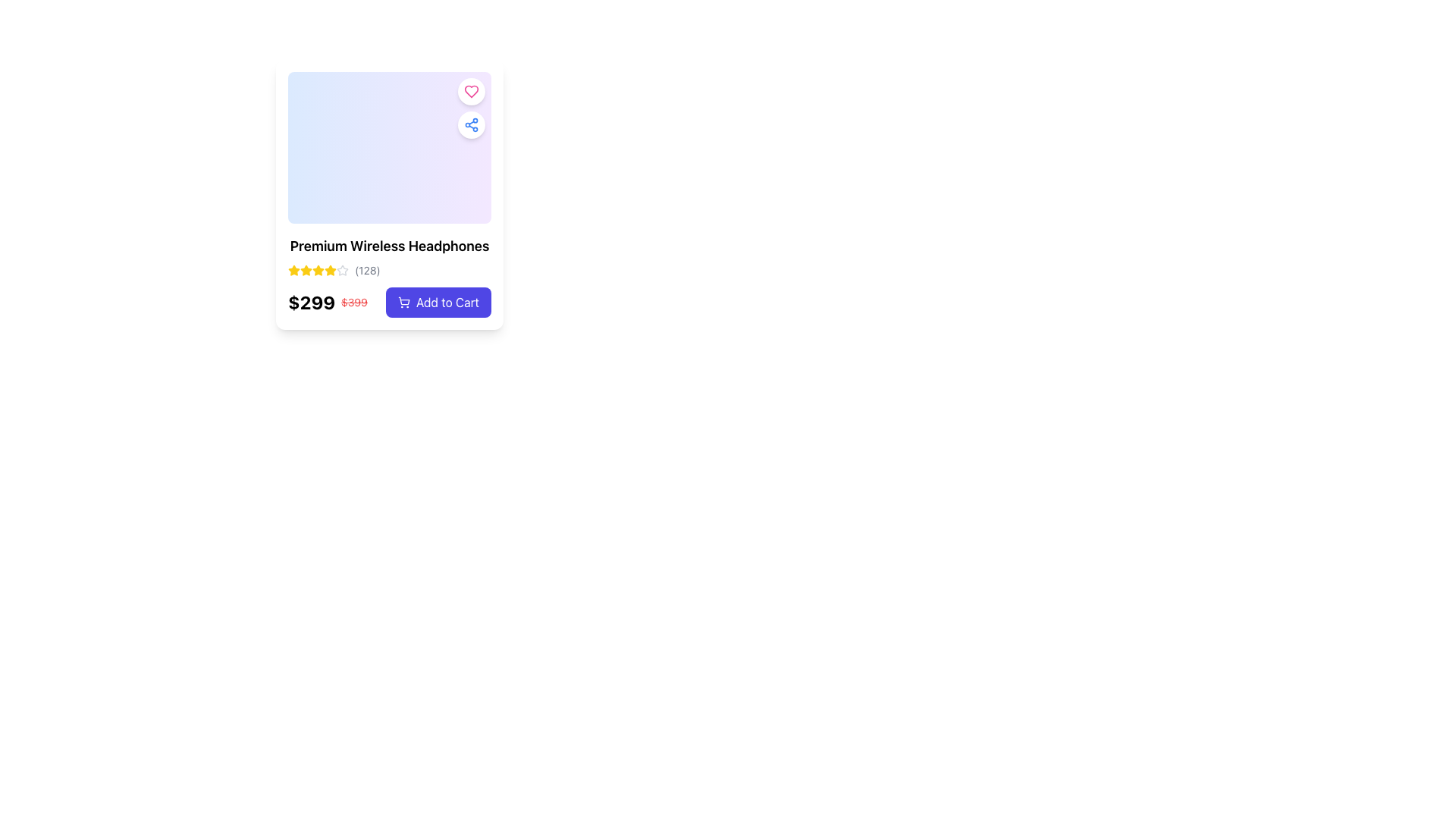 The height and width of the screenshot is (819, 1456). I want to click on original price text element indicating the price before discount, which is positioned to the right of the text '$299' and above the 'Add to Cart' button, so click(353, 302).